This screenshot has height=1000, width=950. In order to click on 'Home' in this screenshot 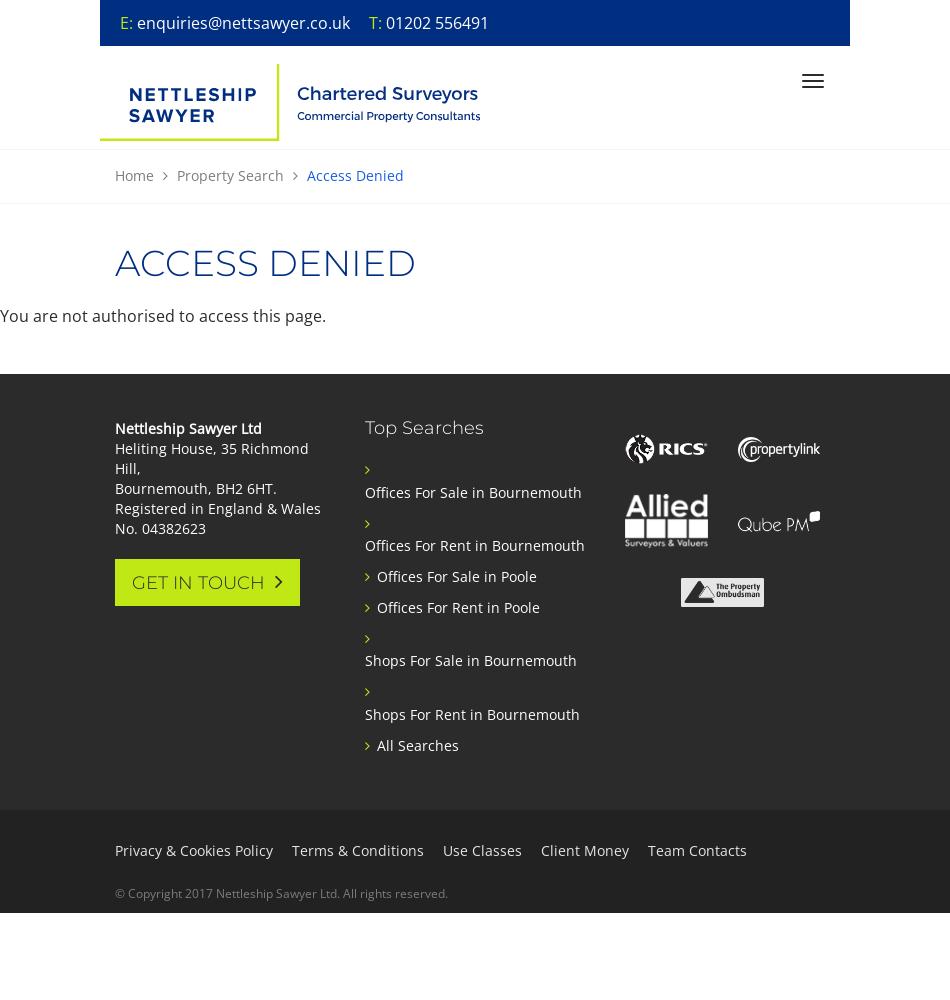, I will do `click(115, 175)`.